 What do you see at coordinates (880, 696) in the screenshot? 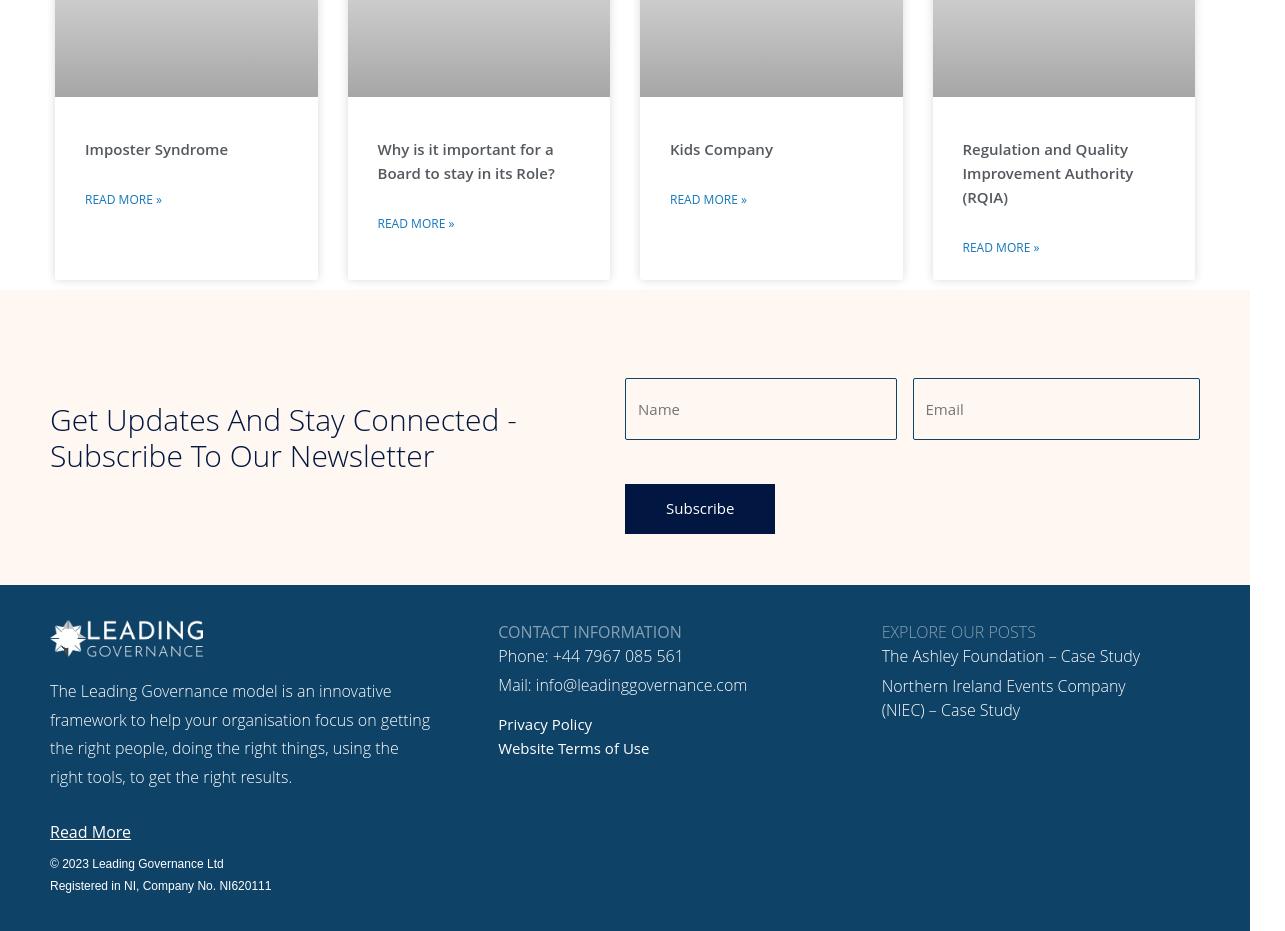
I see `'Northern Ireland Events Company (NIEC) – Case Study'` at bounding box center [880, 696].